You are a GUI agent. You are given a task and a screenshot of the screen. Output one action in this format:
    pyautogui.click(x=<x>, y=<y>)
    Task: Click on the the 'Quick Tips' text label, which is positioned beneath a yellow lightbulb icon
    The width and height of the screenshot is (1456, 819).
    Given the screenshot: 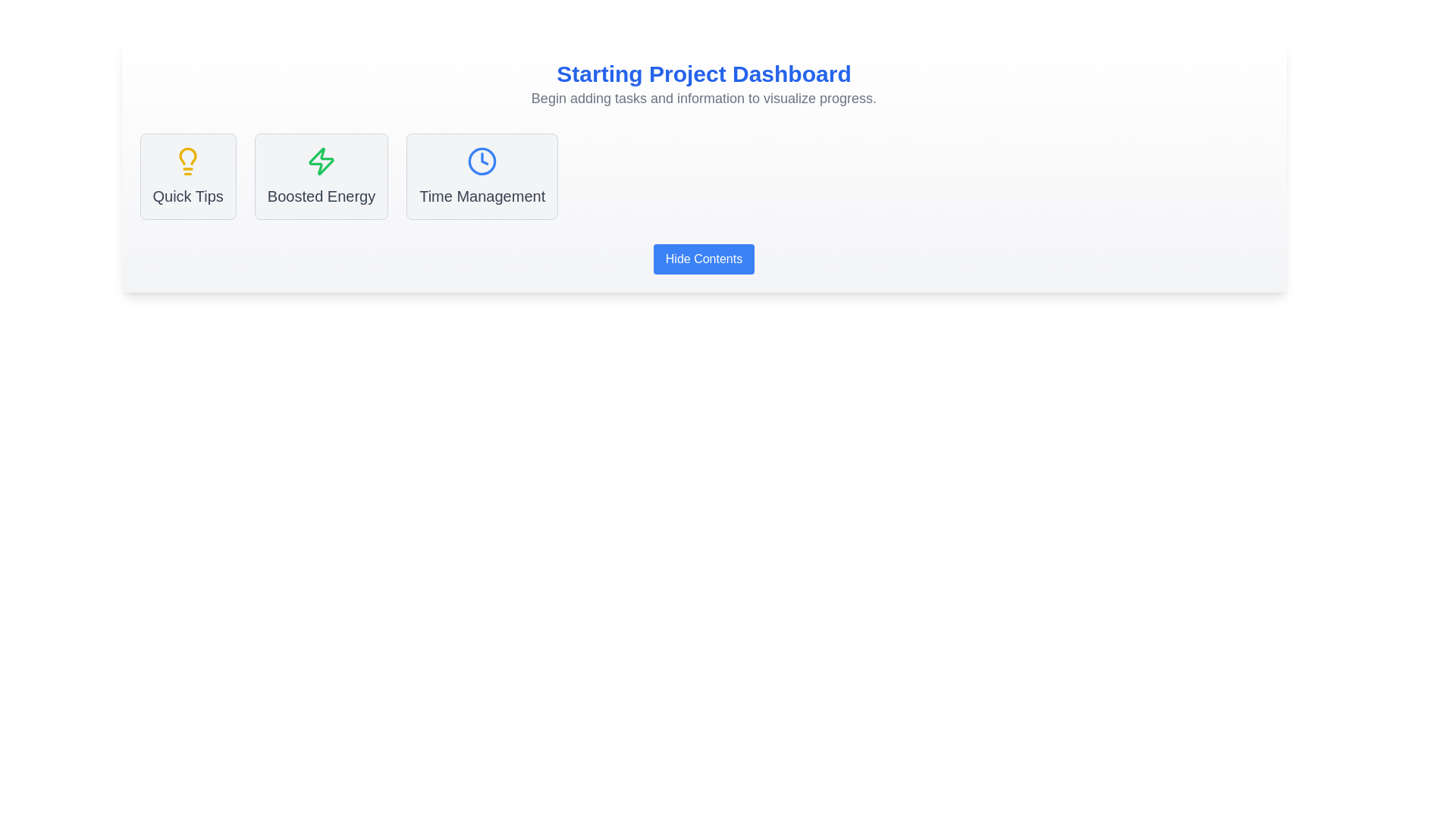 What is the action you would take?
    pyautogui.click(x=187, y=195)
    